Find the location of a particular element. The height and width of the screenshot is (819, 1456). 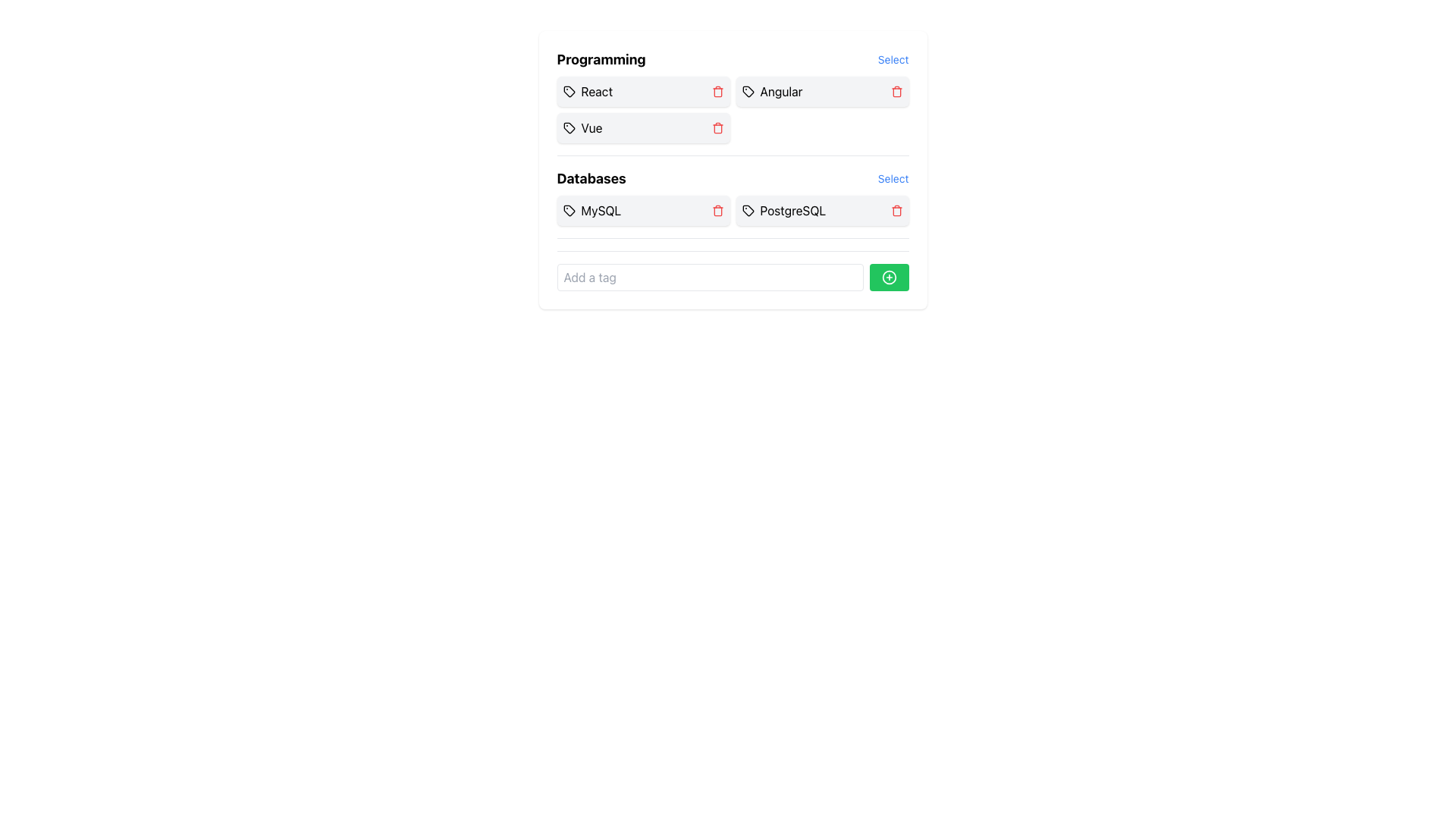

the red trash can icon button located in the 'Programming' section, to the right of the 'React' tag, for visual feedback is located at coordinates (717, 91).